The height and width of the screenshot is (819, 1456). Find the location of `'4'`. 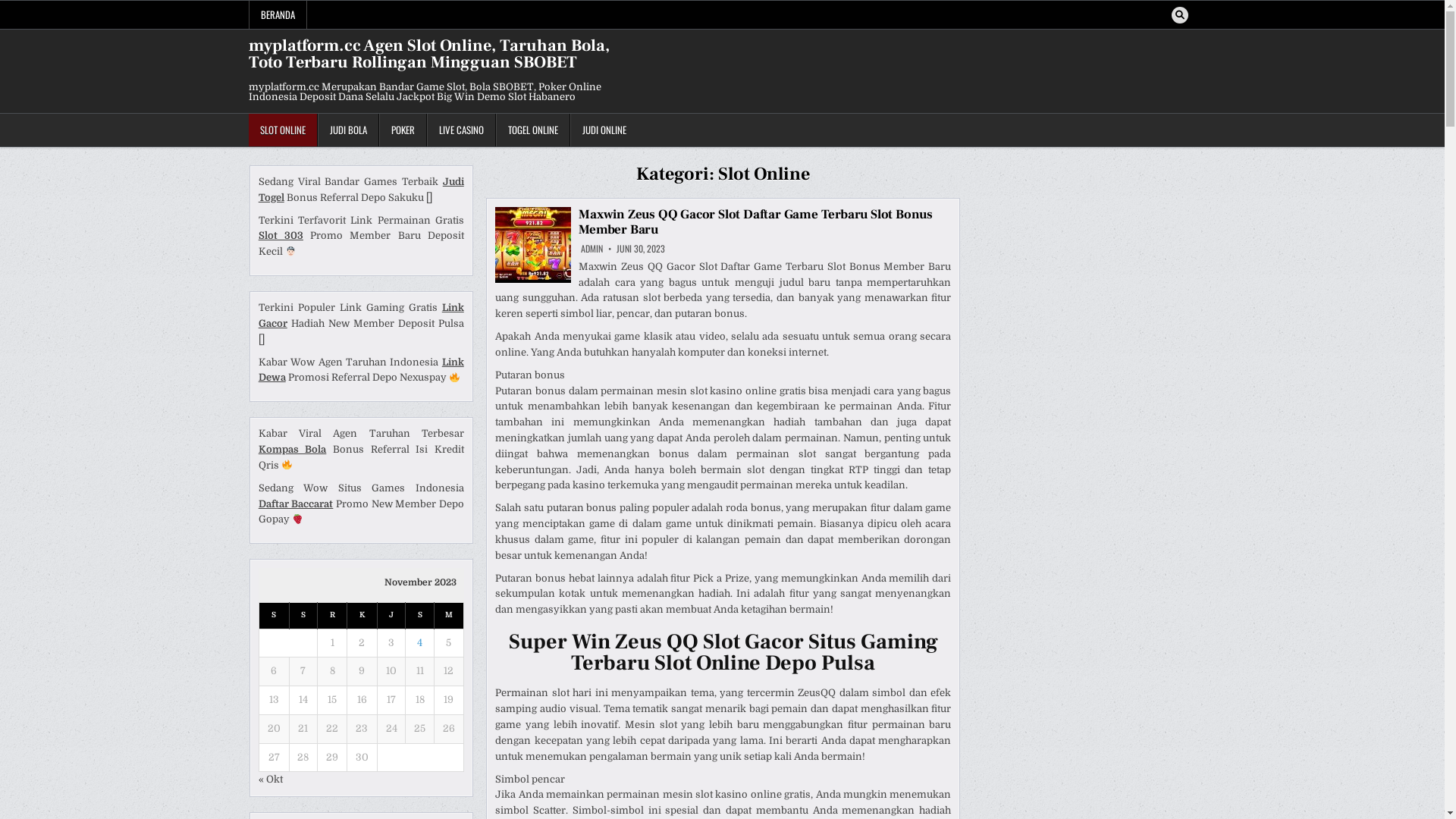

'4' is located at coordinates (419, 642).